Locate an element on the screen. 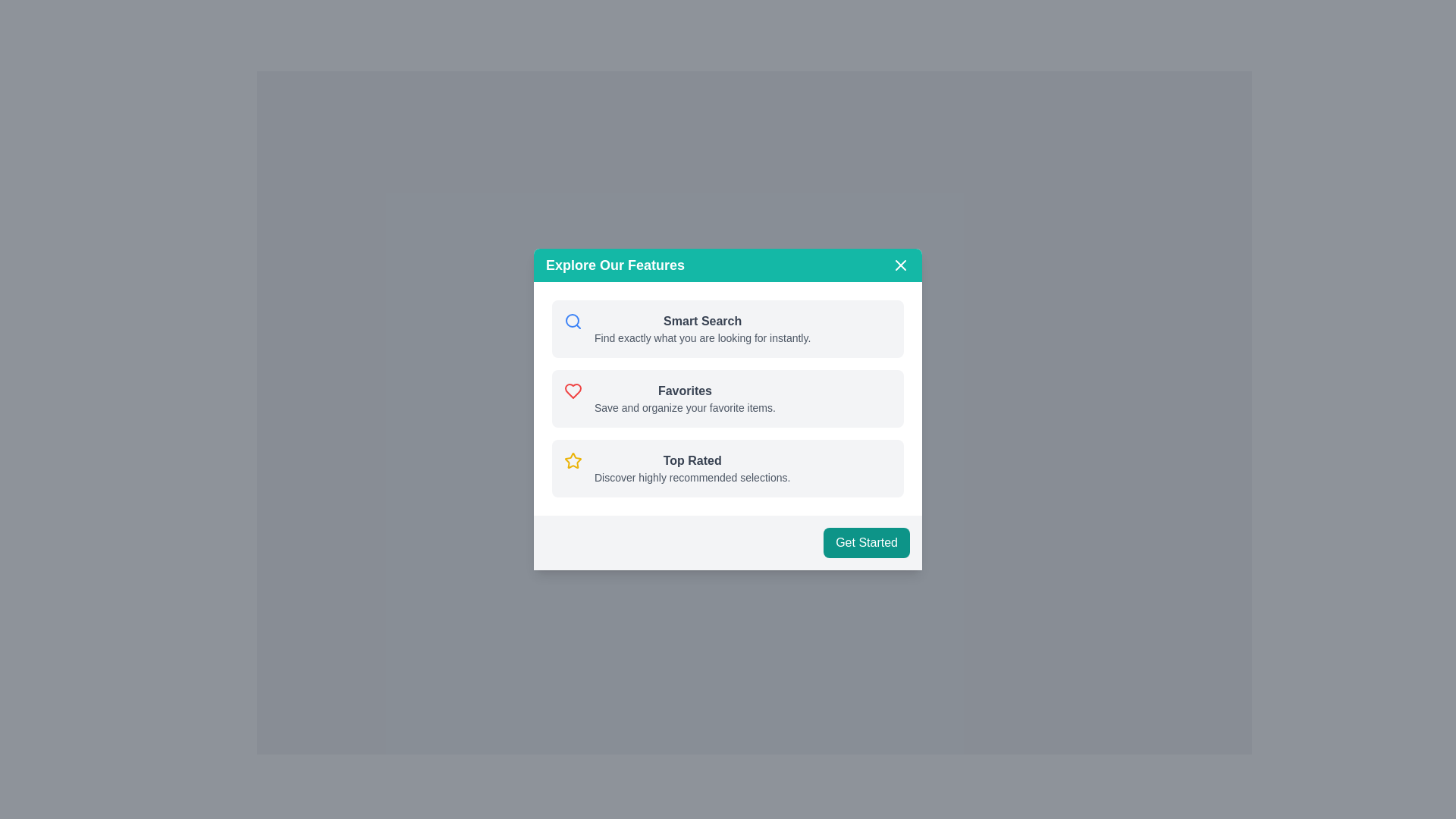  the 'Favorites' label, which is a bold text label in a darker shade located in the second section of a vertically stacked list in a modal window is located at coordinates (684, 391).